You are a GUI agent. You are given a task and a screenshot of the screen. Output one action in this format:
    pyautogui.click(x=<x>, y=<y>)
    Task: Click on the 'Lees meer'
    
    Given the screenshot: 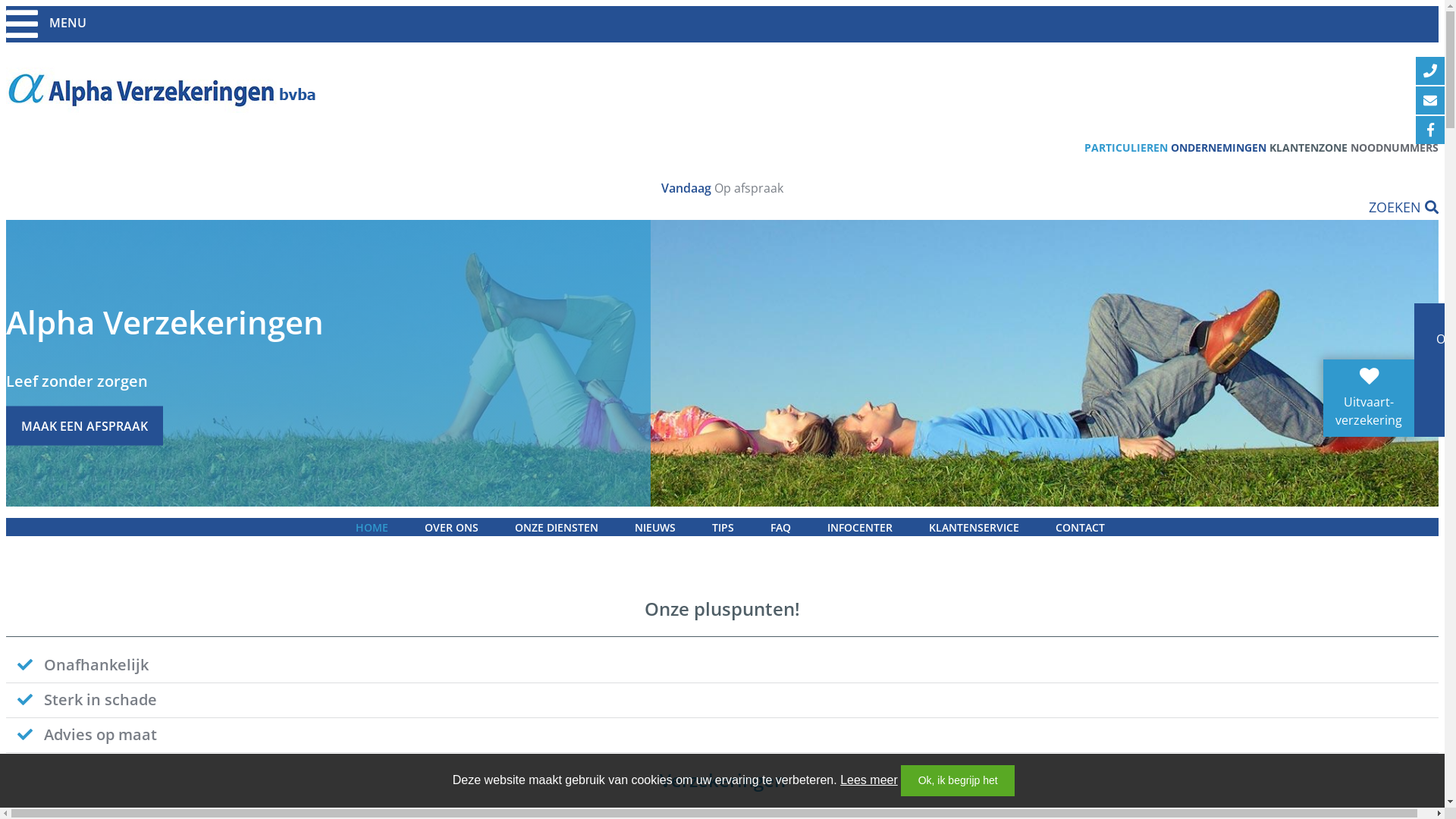 What is the action you would take?
    pyautogui.click(x=869, y=780)
    